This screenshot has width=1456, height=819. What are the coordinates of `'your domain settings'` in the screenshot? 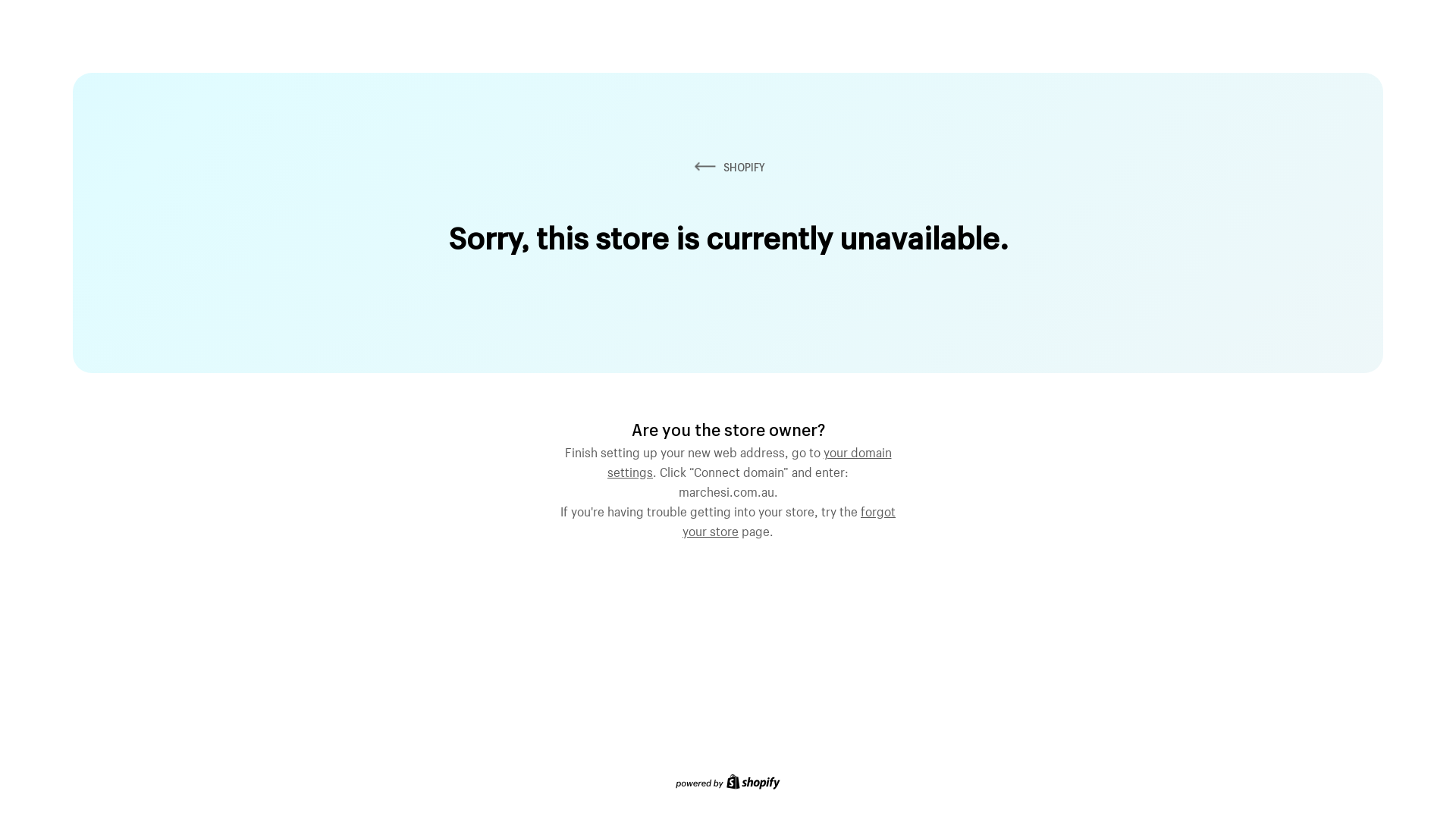 It's located at (749, 459).